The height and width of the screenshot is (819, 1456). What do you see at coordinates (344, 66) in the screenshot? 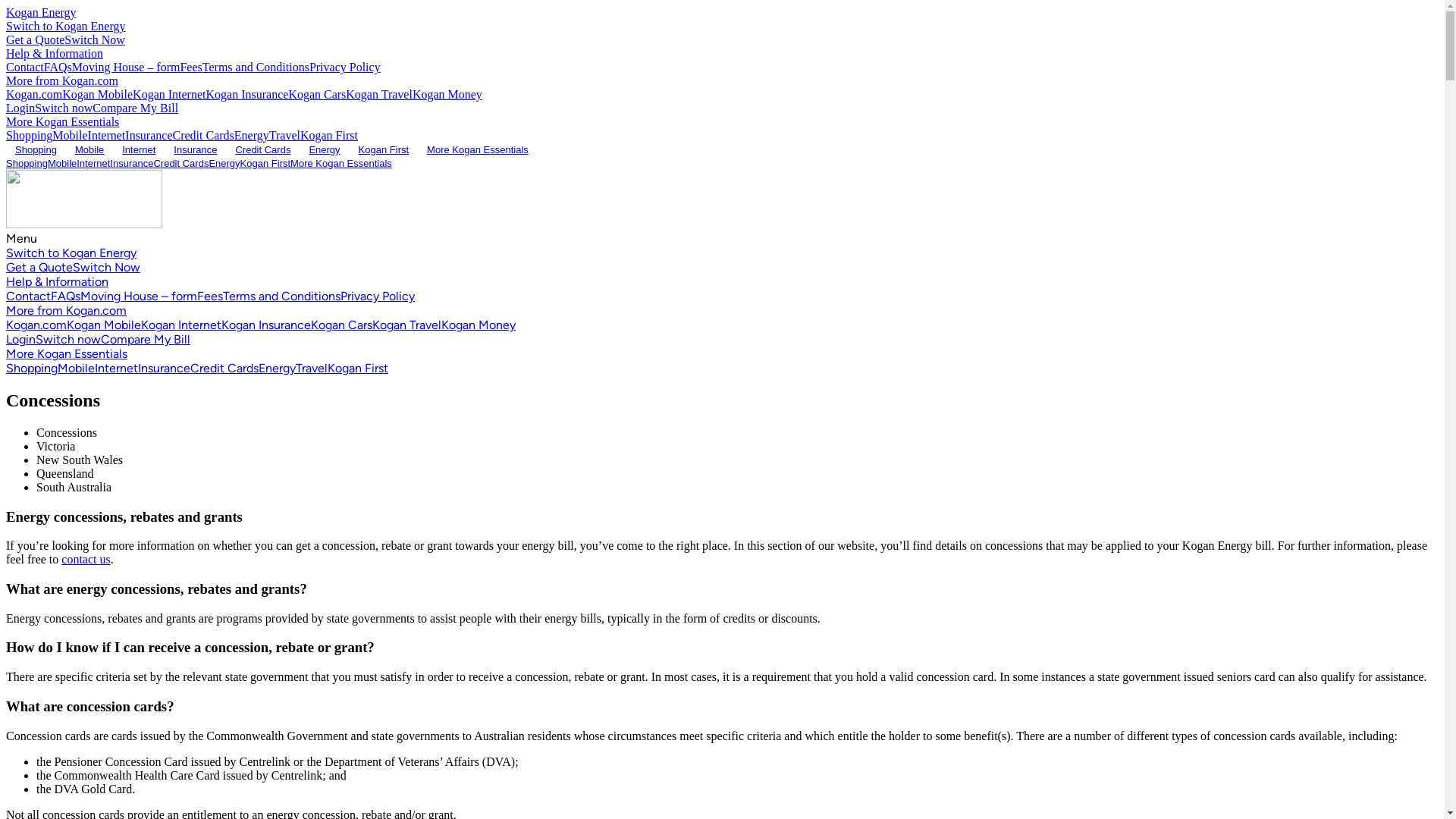
I see `'Privacy Policy'` at bounding box center [344, 66].